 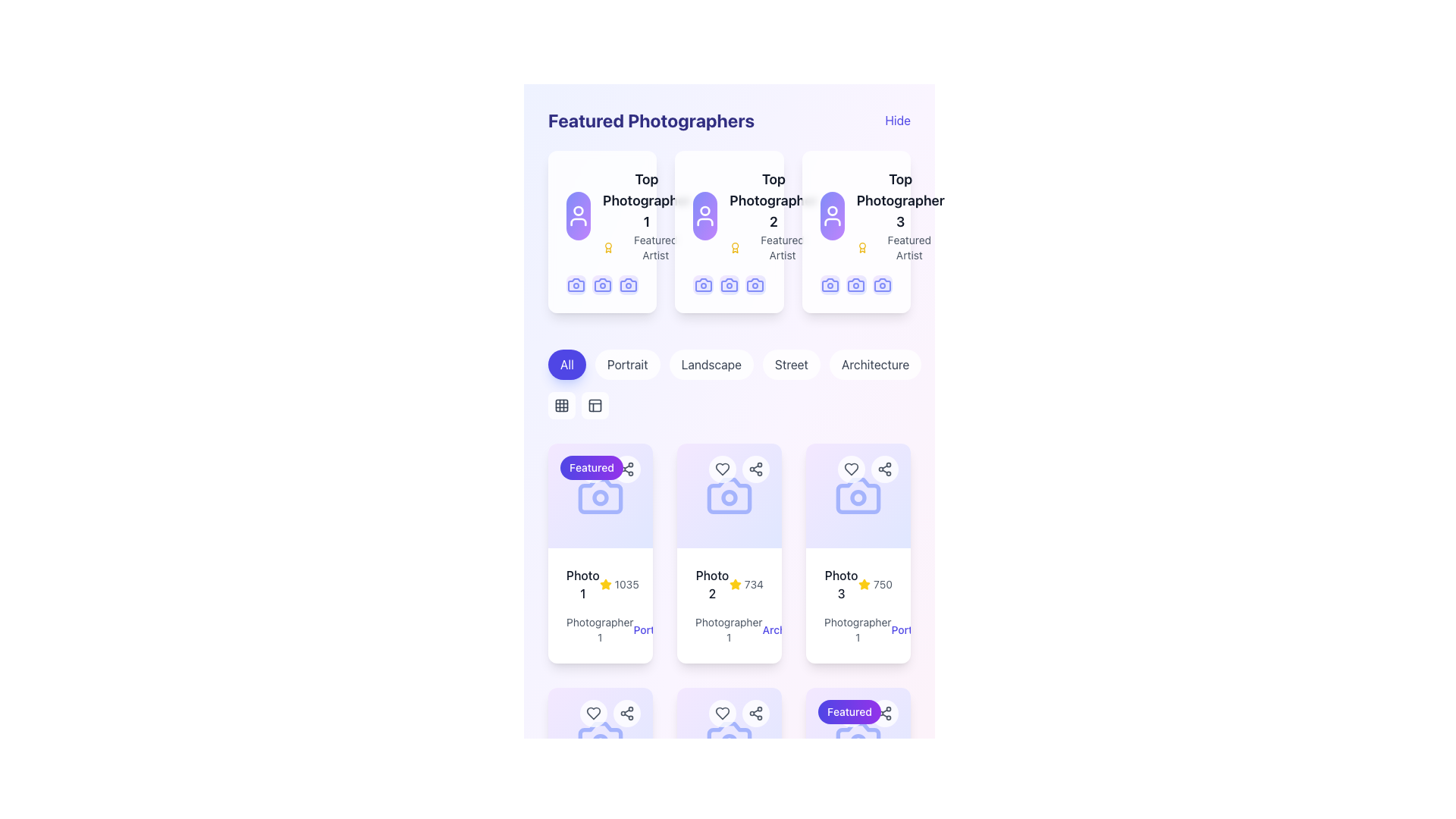 What do you see at coordinates (729, 285) in the screenshot?
I see `the second camera icon with a blue outline located in the top-central card of the 'Featured Photographers' section` at bounding box center [729, 285].